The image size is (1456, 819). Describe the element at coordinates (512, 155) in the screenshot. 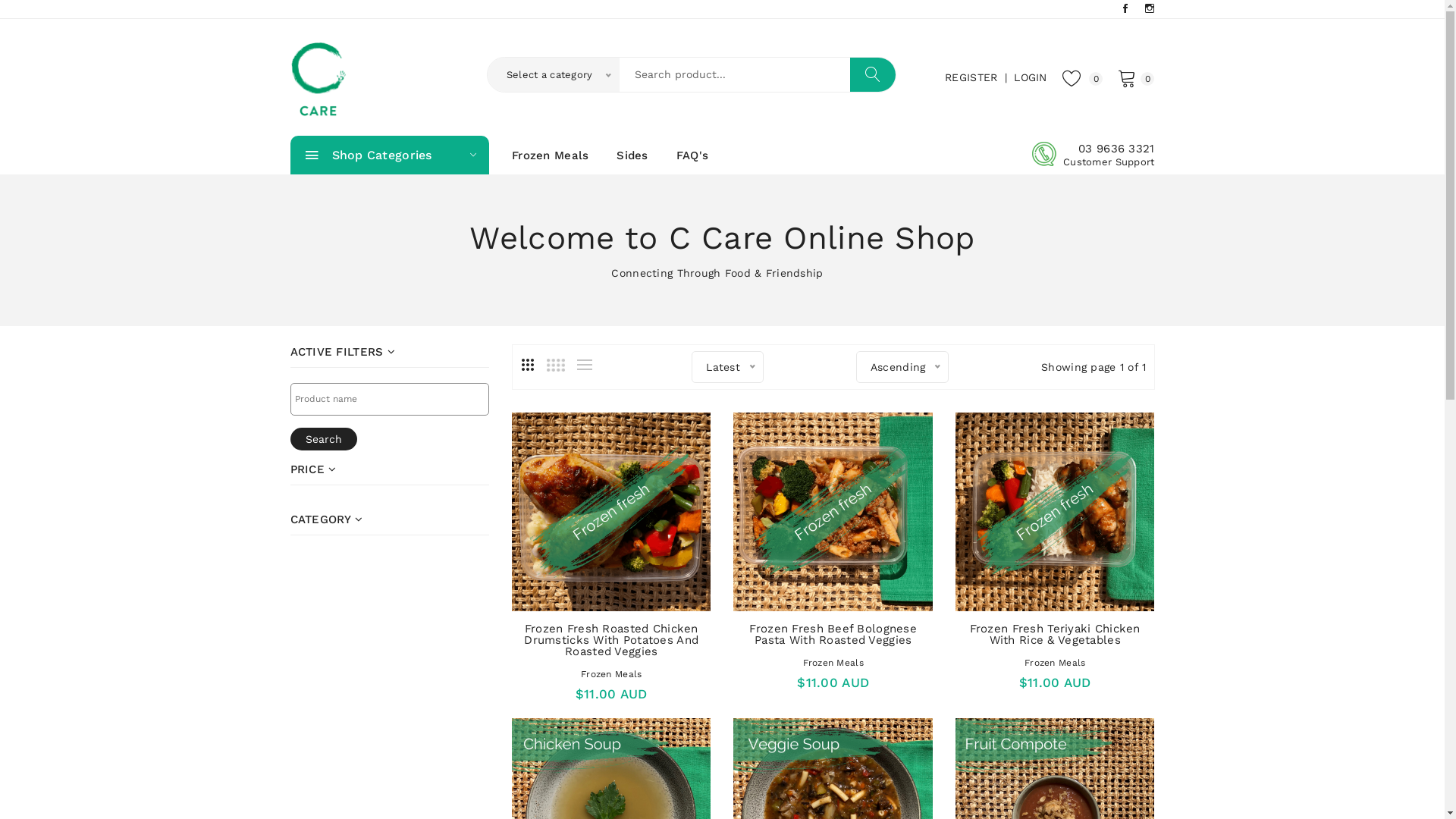

I see `'Frozen Meals'` at that location.